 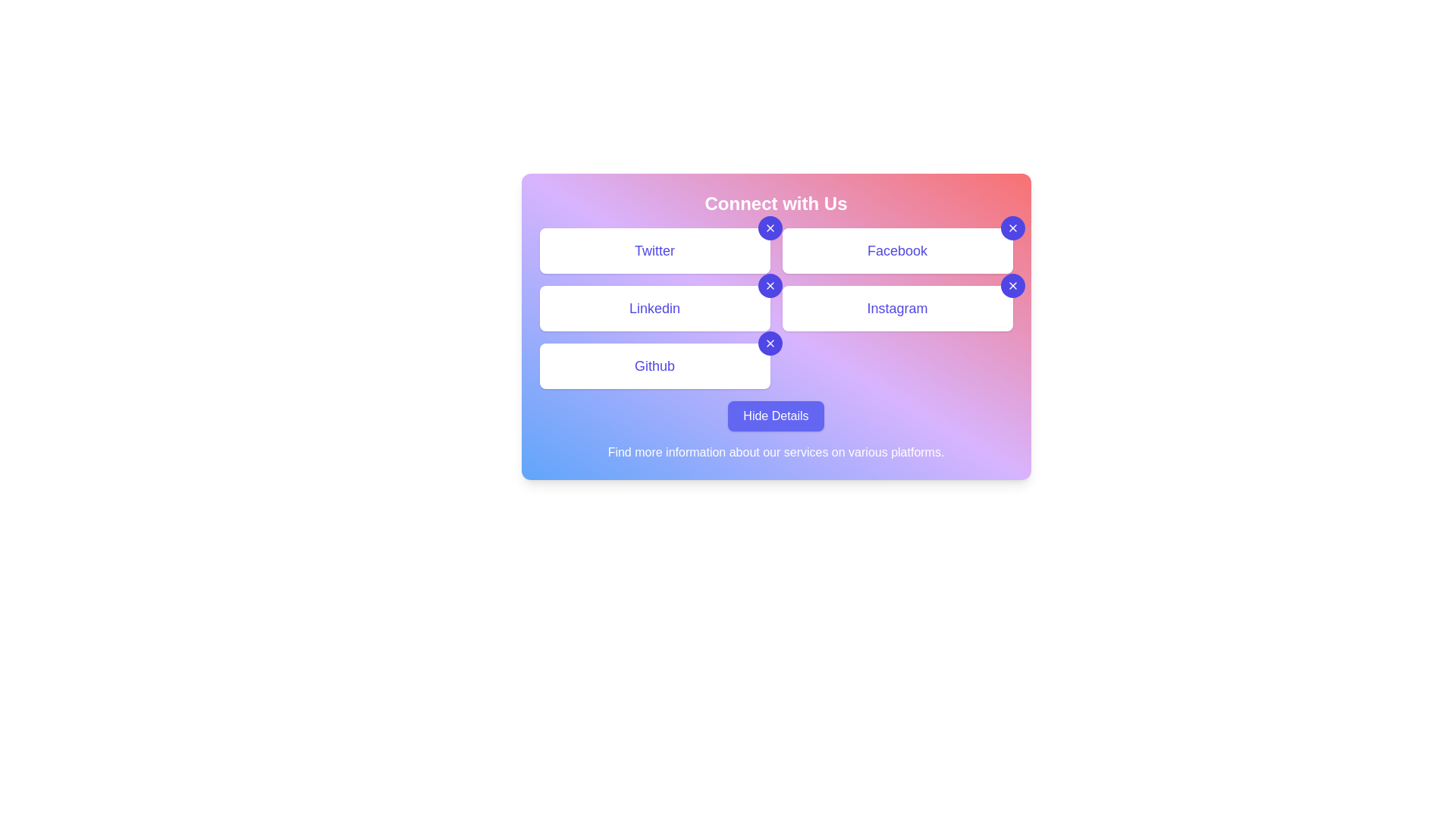 I want to click on the close or delete button located at the top-right corner of the 'Twitter' entry, so click(x=770, y=227).